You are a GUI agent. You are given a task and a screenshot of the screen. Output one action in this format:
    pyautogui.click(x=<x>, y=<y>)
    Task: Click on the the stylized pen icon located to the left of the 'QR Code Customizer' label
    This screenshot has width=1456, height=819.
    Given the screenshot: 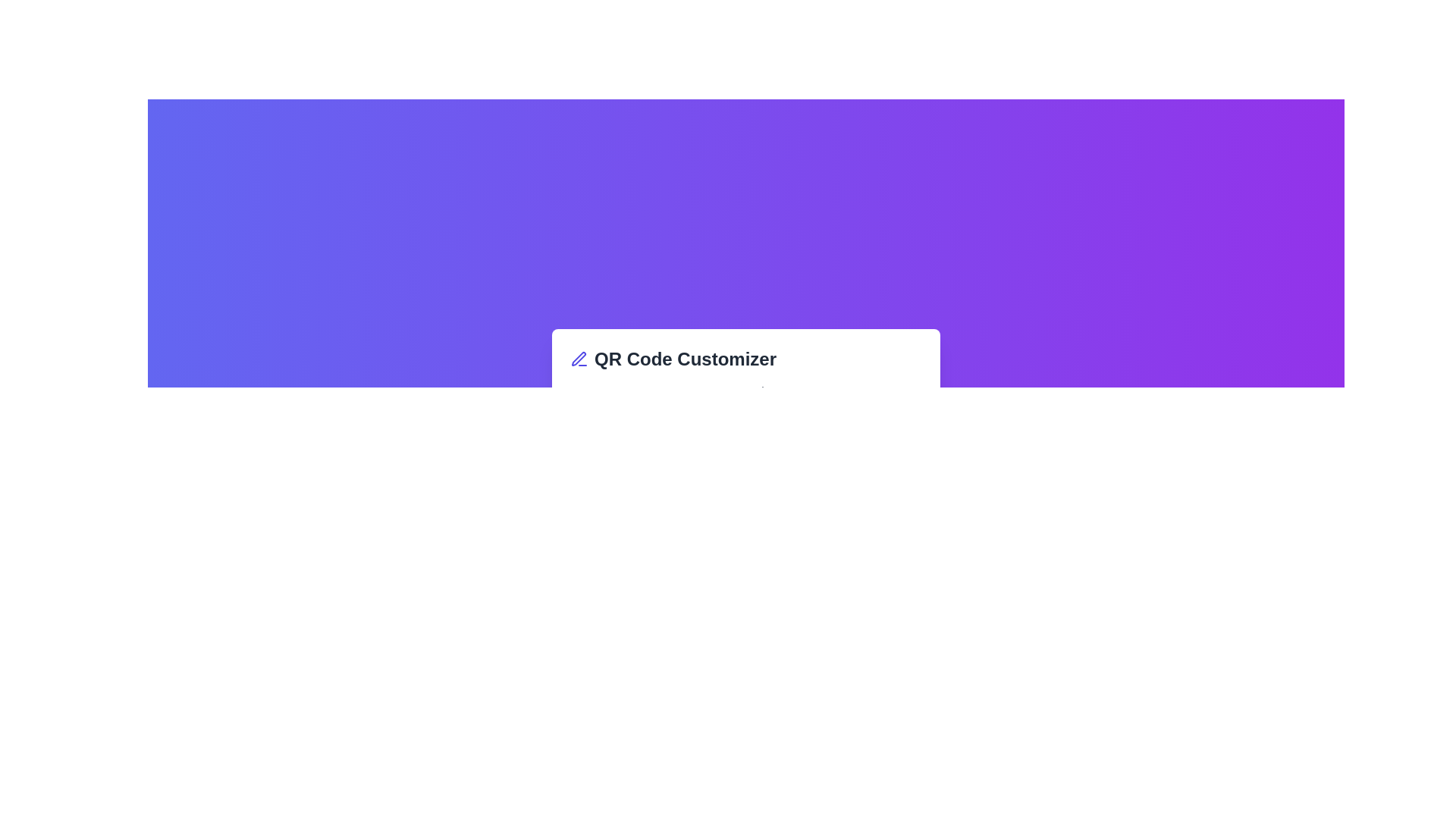 What is the action you would take?
    pyautogui.click(x=578, y=359)
    